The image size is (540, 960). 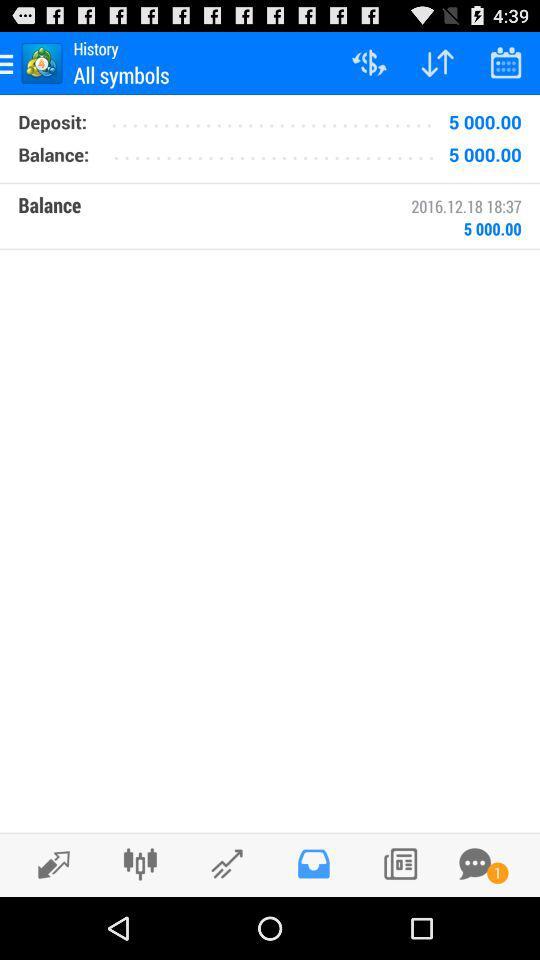 What do you see at coordinates (400, 863) in the screenshot?
I see `open news tab` at bounding box center [400, 863].